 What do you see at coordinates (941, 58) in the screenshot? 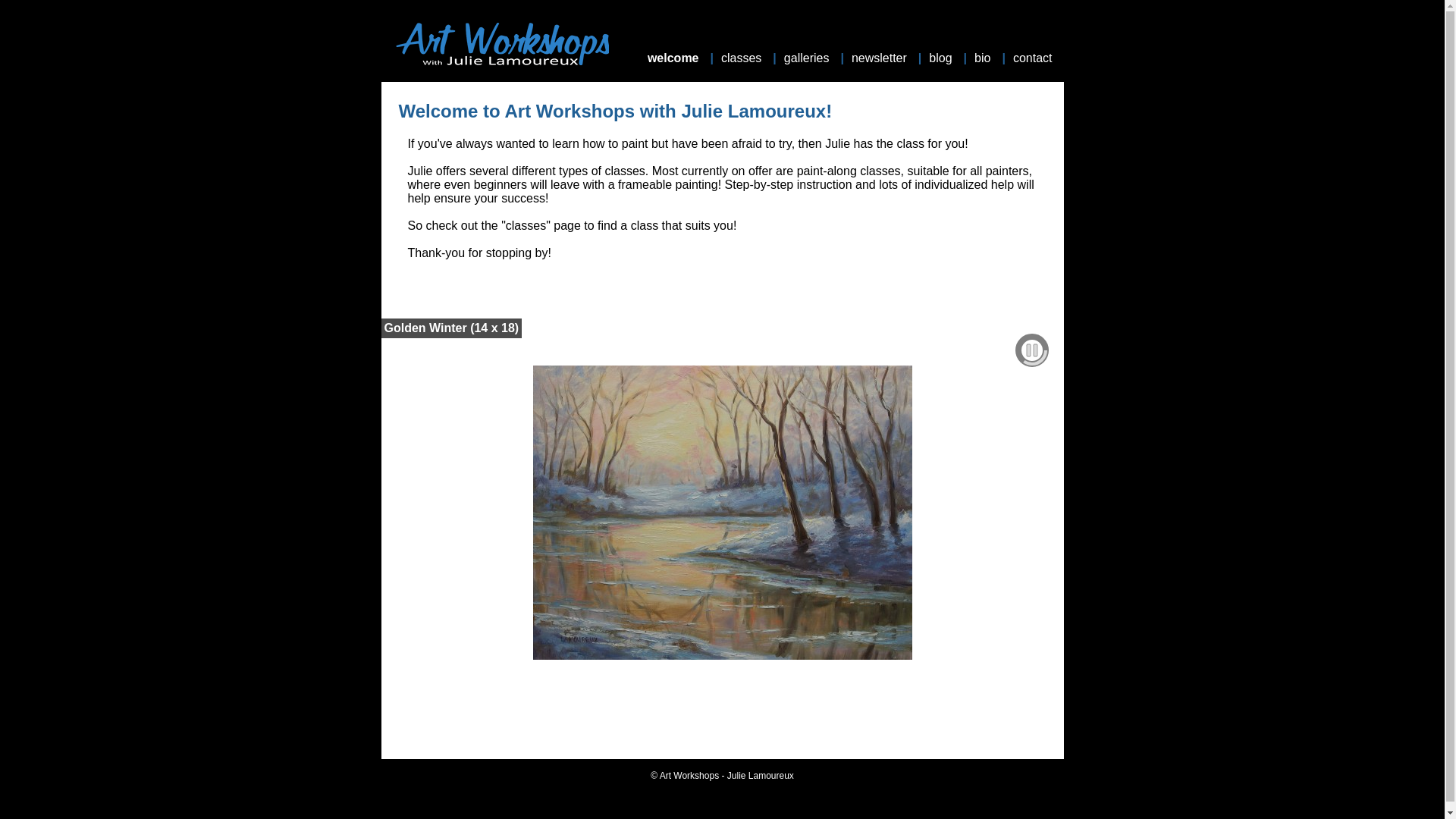
I see `'blog'` at bounding box center [941, 58].